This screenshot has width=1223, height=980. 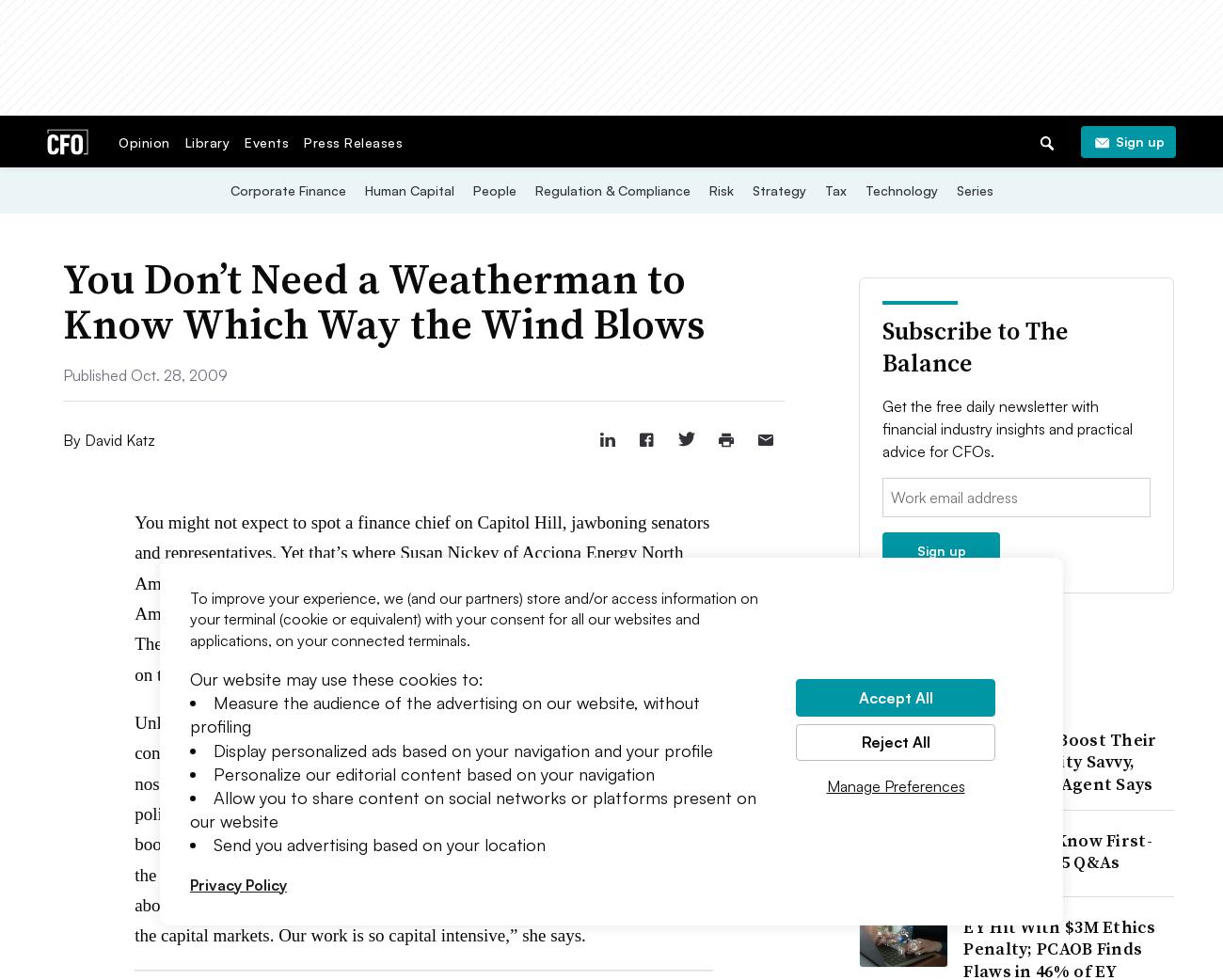 What do you see at coordinates (611, 189) in the screenshot?
I see `'Regulation & Compliance'` at bounding box center [611, 189].